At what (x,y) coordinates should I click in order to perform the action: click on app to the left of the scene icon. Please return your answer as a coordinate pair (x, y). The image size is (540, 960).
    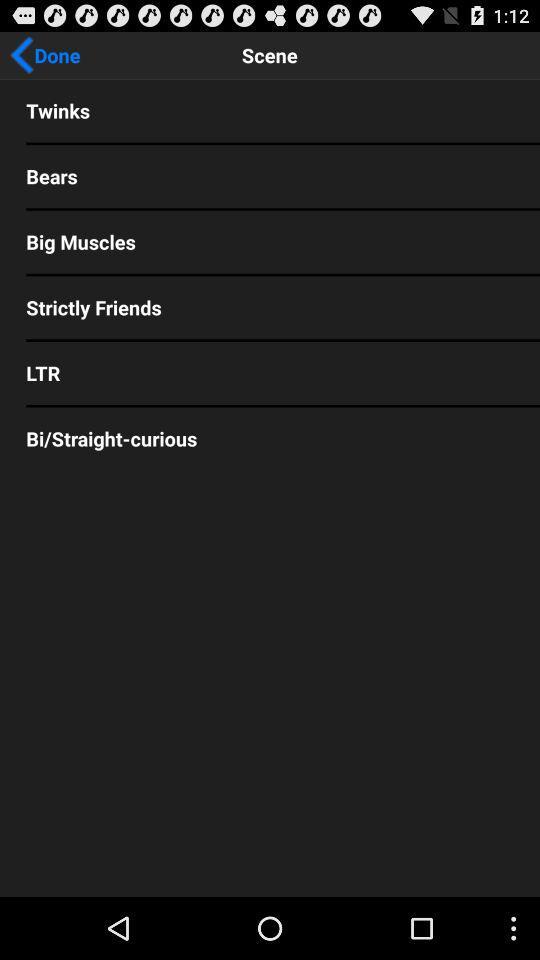
    Looking at the image, I should click on (44, 54).